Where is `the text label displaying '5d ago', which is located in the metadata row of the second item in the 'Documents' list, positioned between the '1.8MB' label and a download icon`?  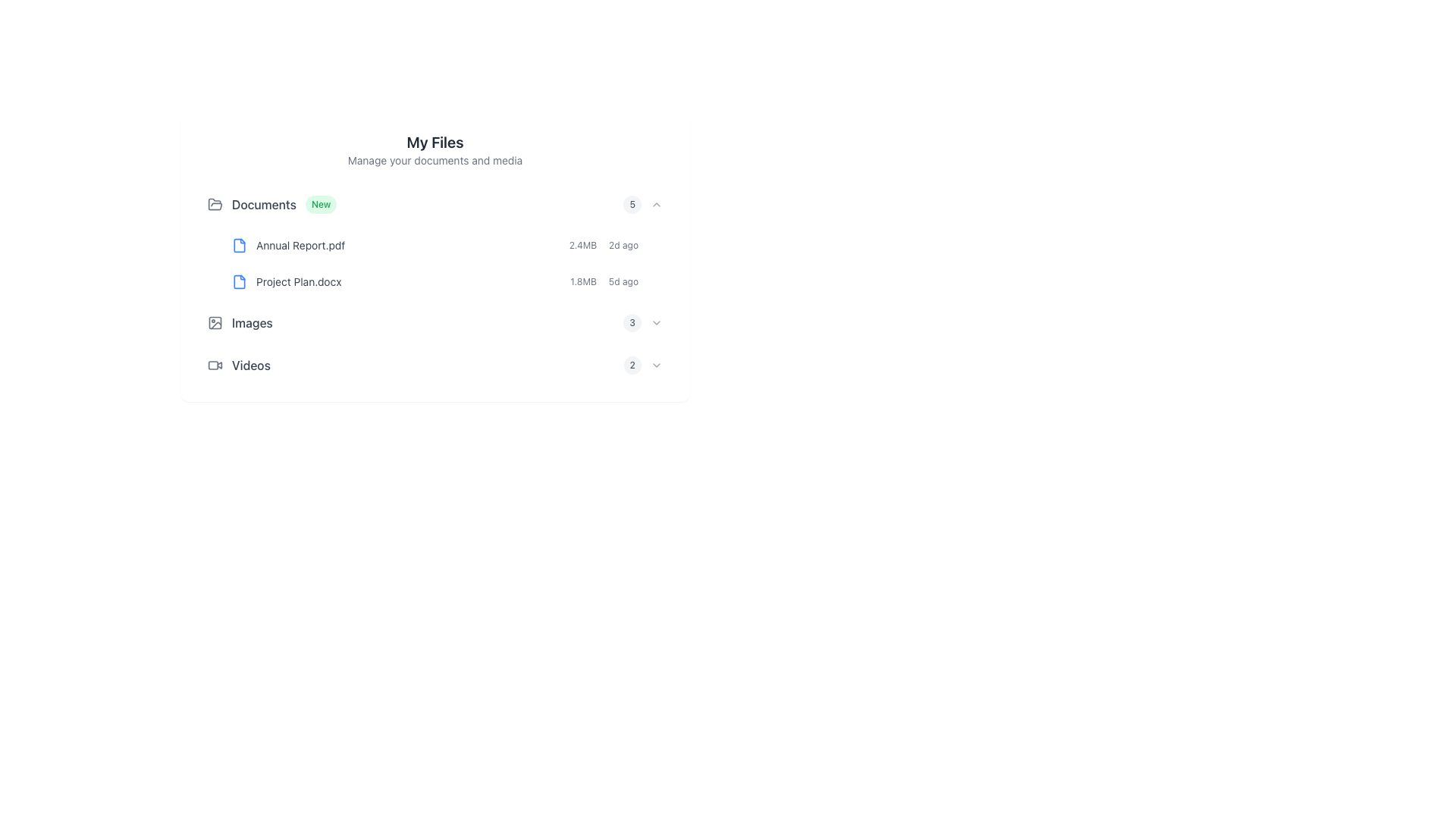
the text label displaying '5d ago', which is located in the metadata row of the second item in the 'Documents' list, positioned between the '1.8MB' label and a download icon is located at coordinates (623, 281).